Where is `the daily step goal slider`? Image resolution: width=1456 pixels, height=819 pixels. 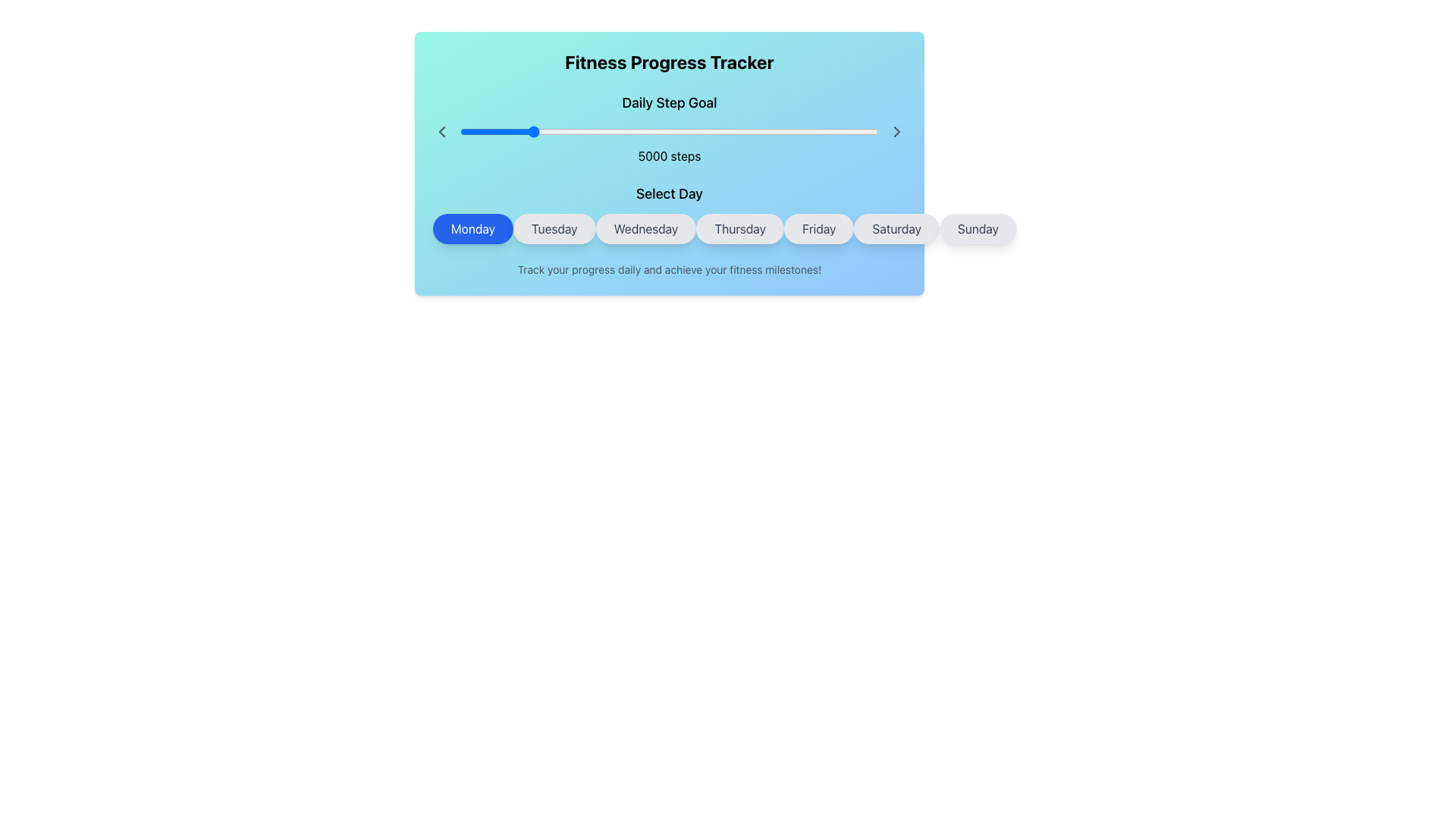
the daily step goal slider is located at coordinates (817, 130).